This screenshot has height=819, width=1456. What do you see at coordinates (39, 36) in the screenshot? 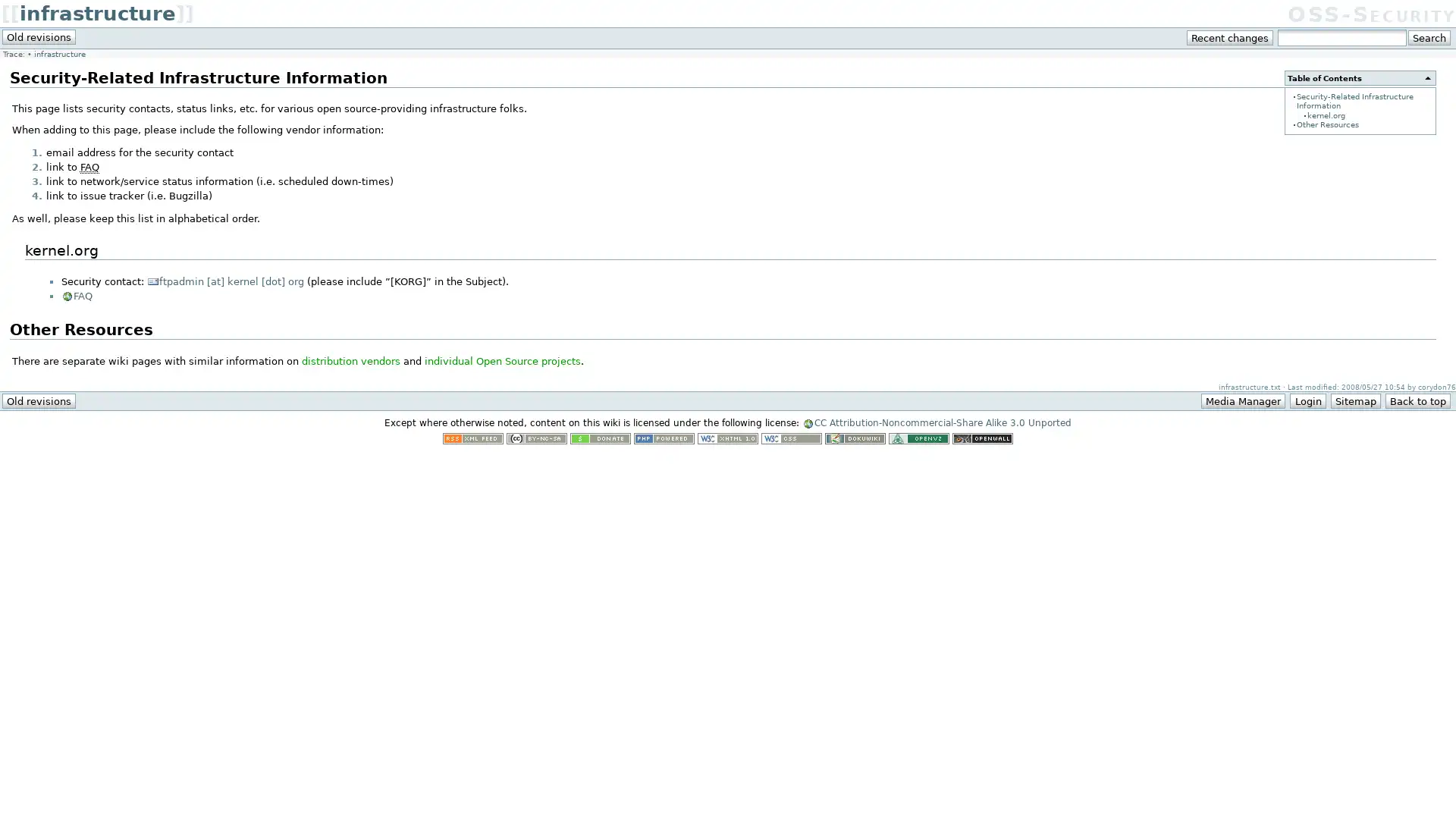
I see `Old revisions` at bounding box center [39, 36].